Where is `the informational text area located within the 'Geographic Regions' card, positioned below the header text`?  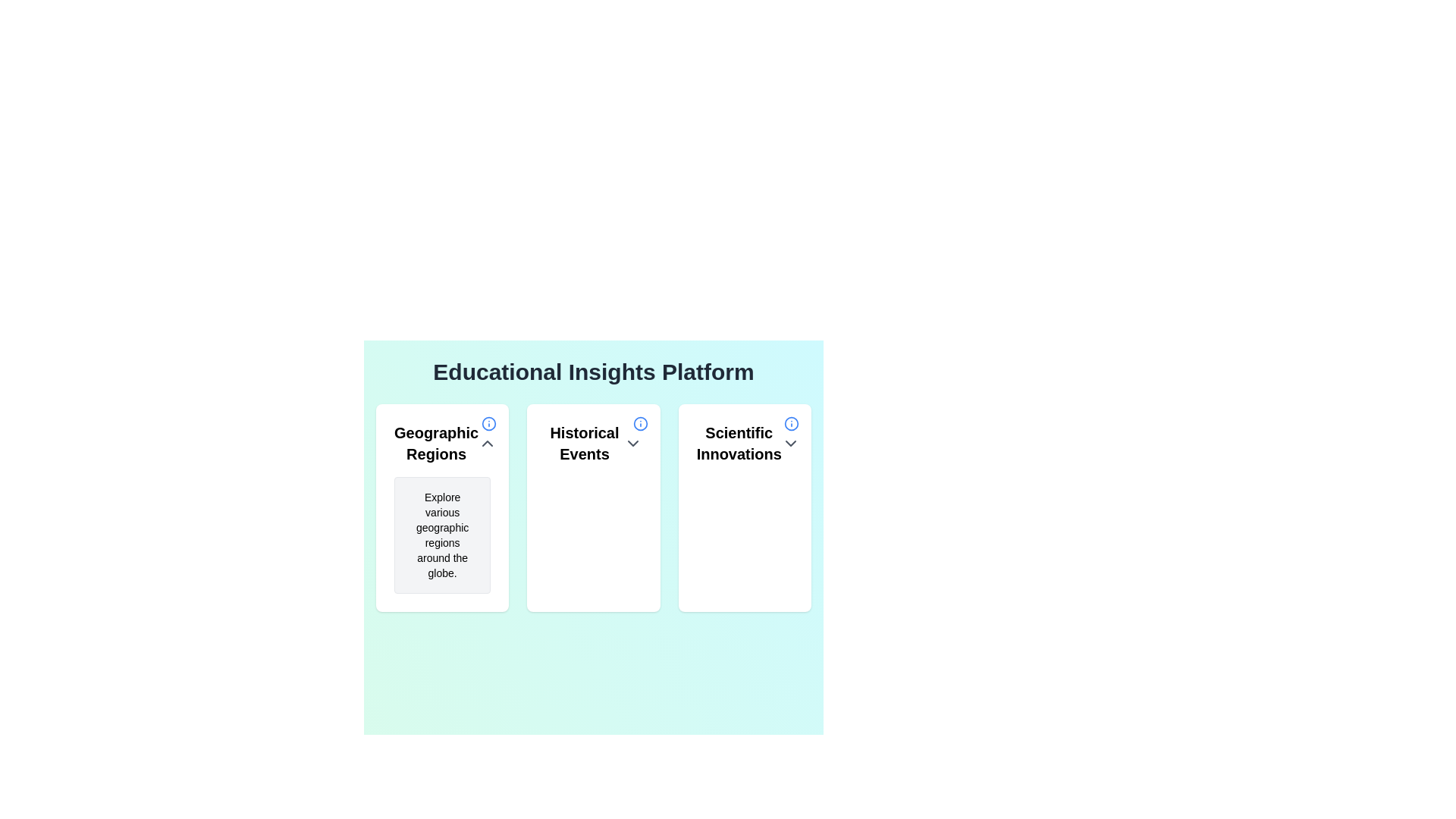 the informational text area located within the 'Geographic Regions' card, positioned below the header text is located at coordinates (441, 534).